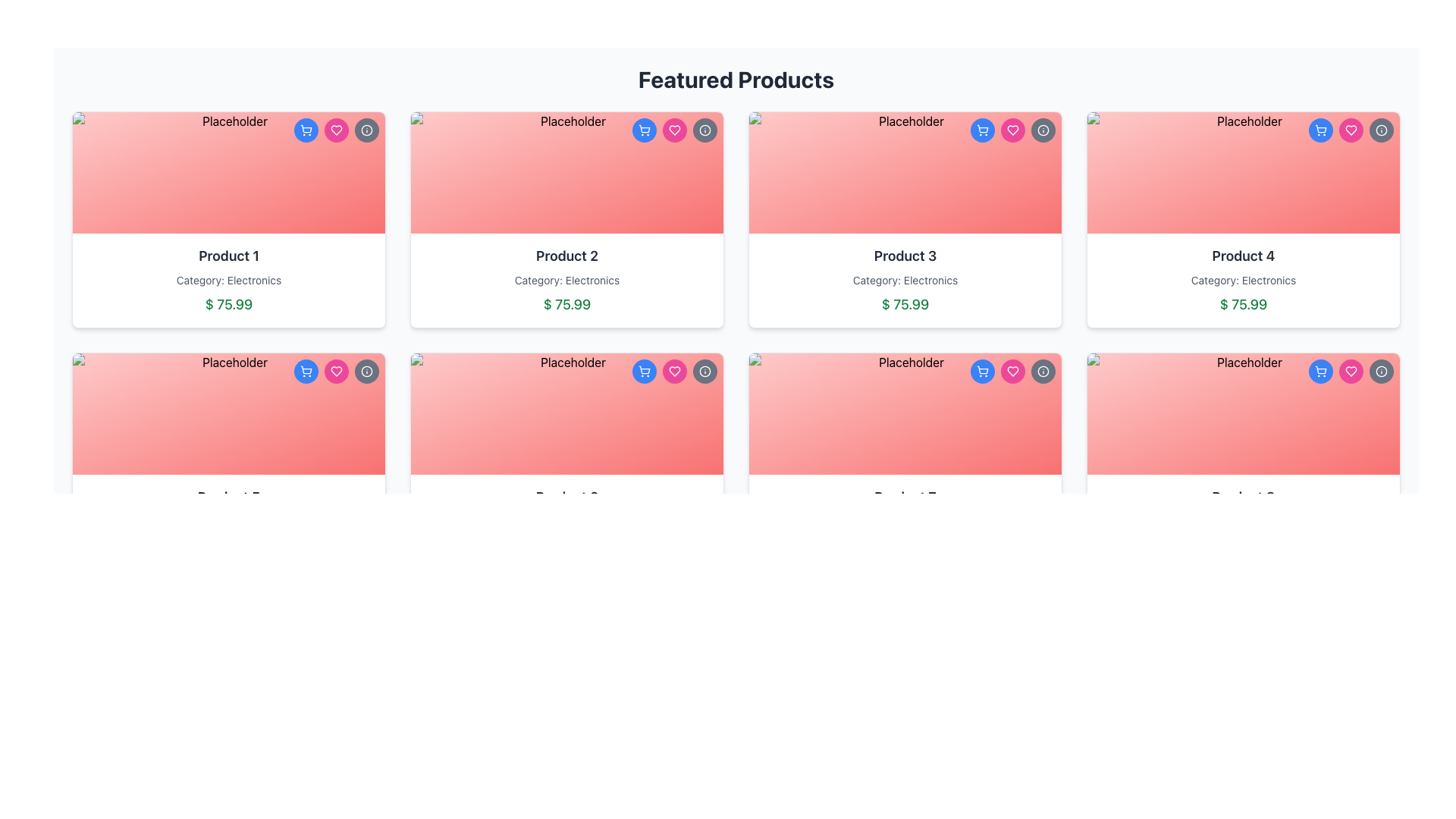 This screenshot has height=819, width=1456. I want to click on the Text Label displaying 'Category: Electronics' located within the 'Product 2' card in the second column of the top row, positioned between the product name and the price, so click(566, 281).